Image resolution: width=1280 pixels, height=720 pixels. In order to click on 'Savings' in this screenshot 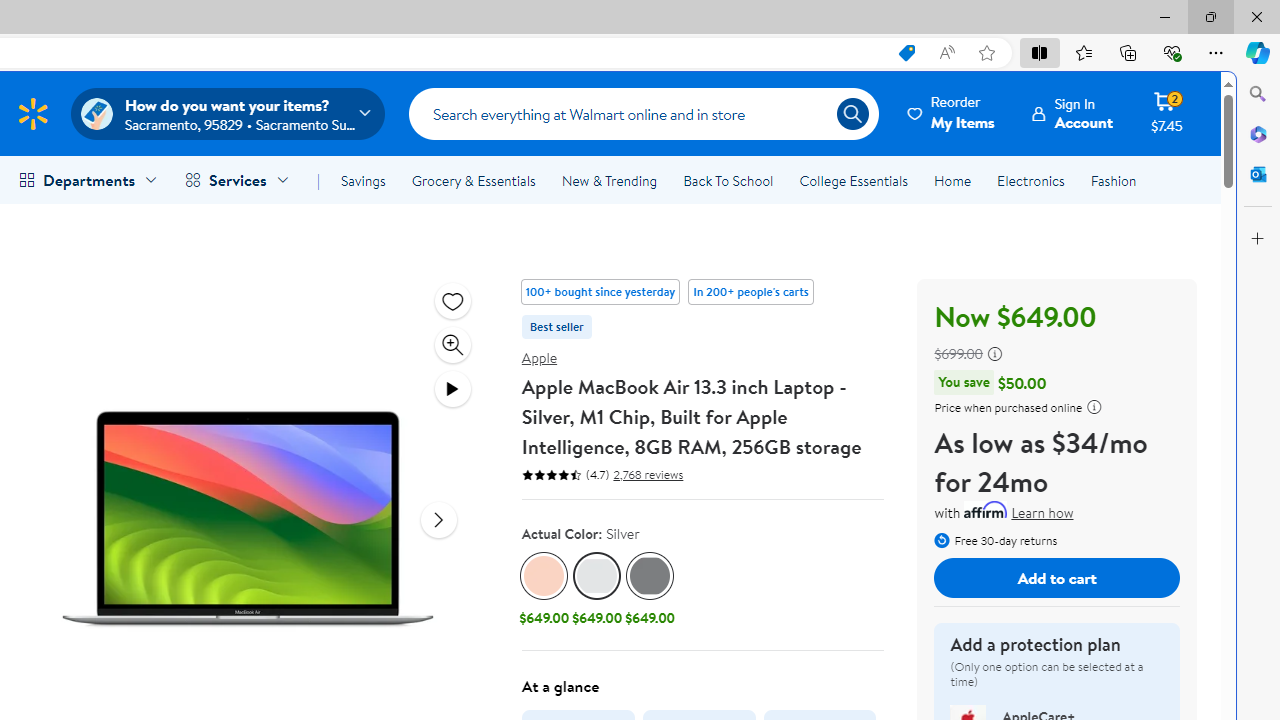, I will do `click(363, 181)`.